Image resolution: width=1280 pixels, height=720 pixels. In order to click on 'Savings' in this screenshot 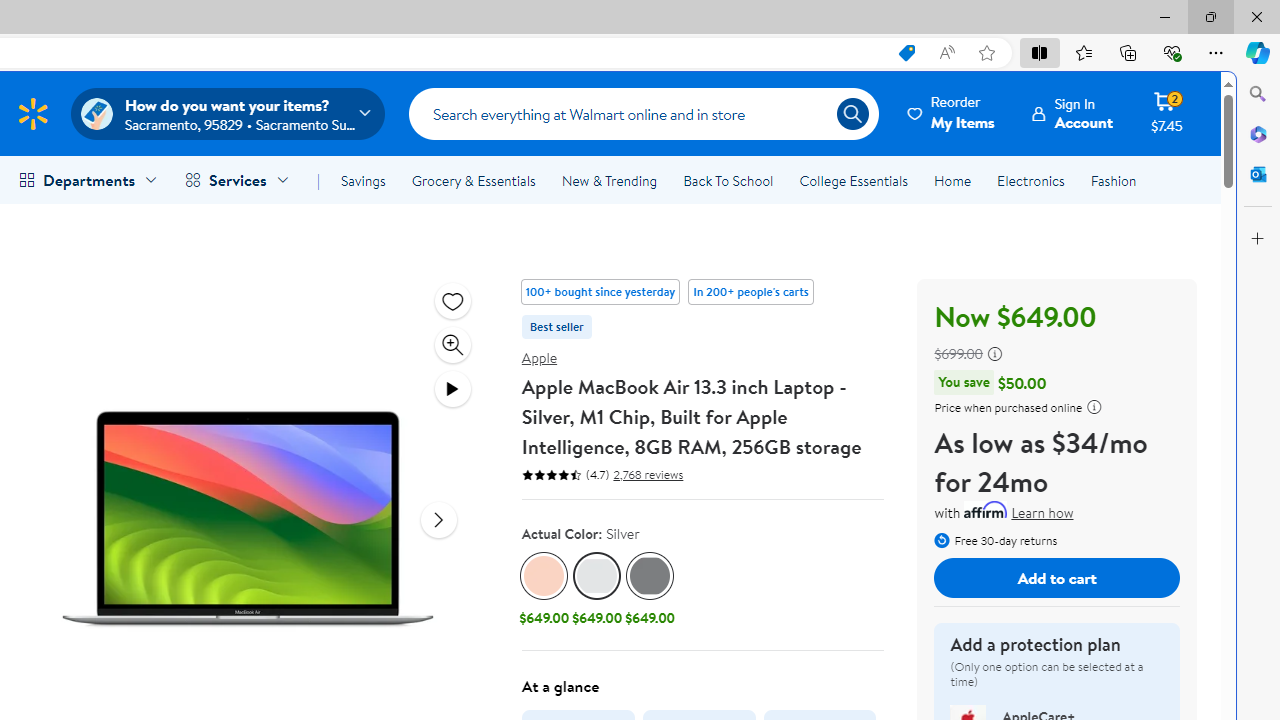, I will do `click(363, 181)`.